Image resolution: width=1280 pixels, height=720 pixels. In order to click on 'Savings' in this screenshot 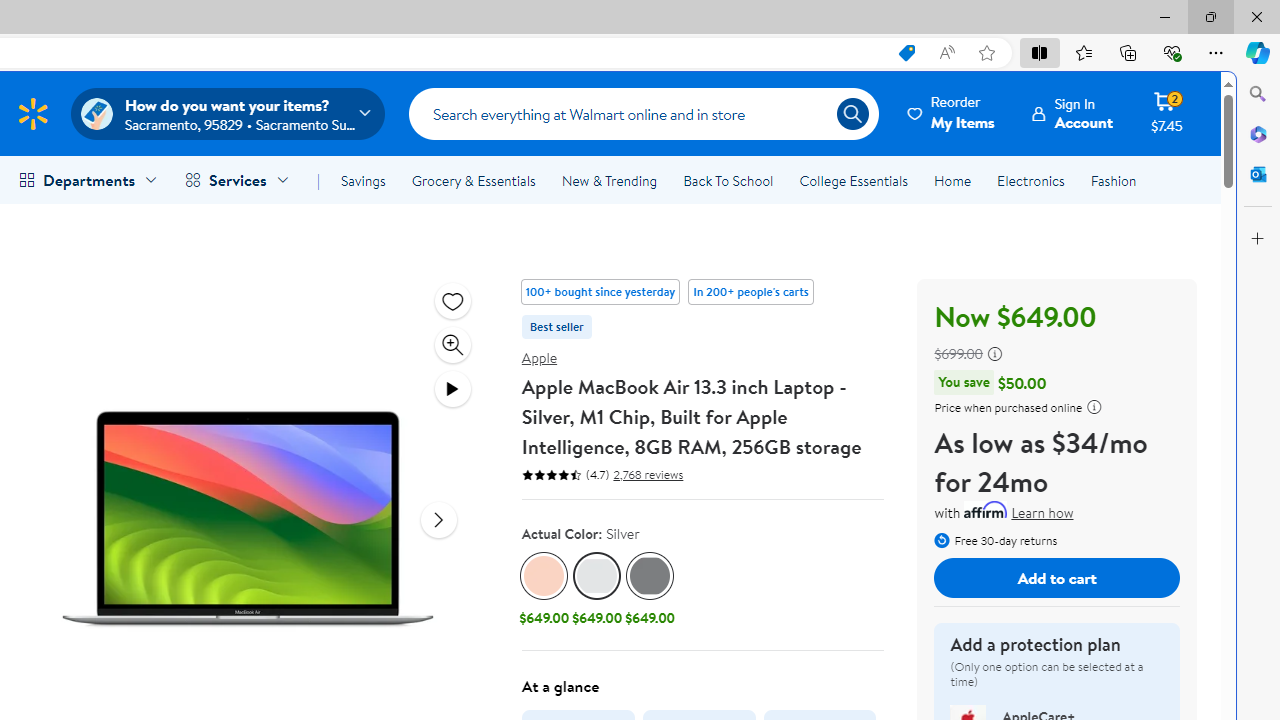, I will do `click(363, 181)`.